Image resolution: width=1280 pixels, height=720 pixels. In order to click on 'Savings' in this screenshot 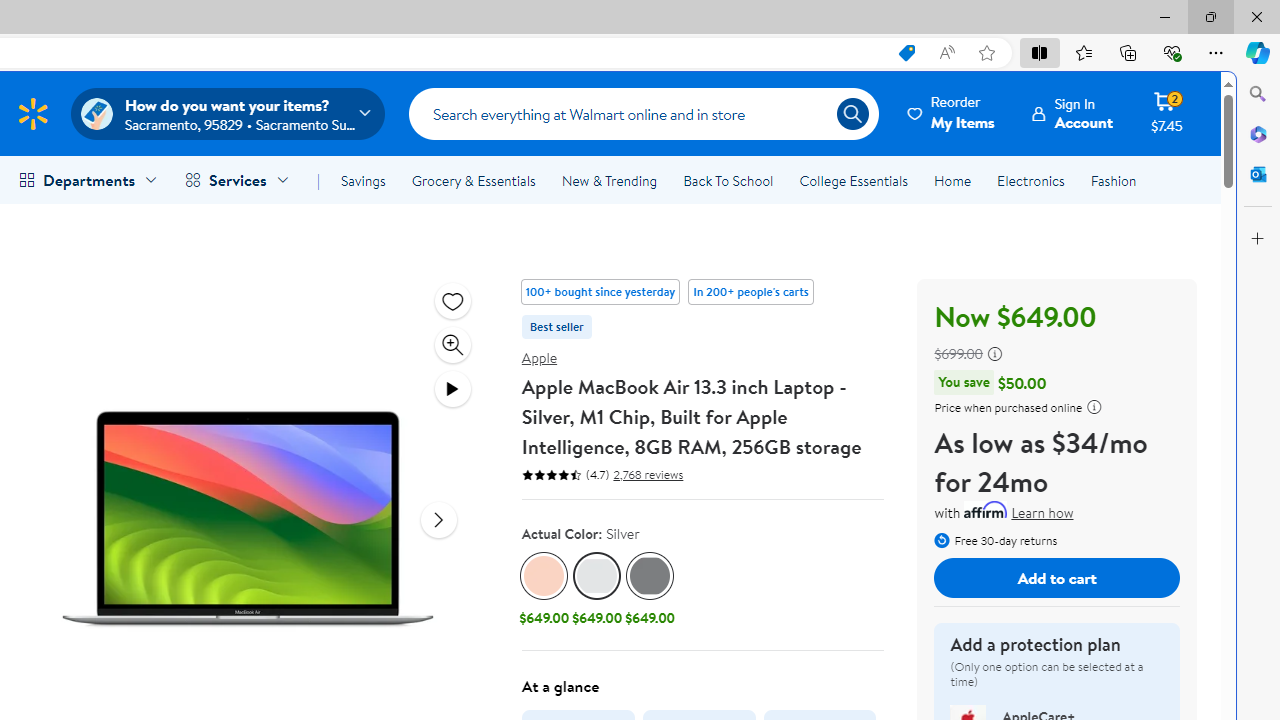, I will do `click(363, 181)`.